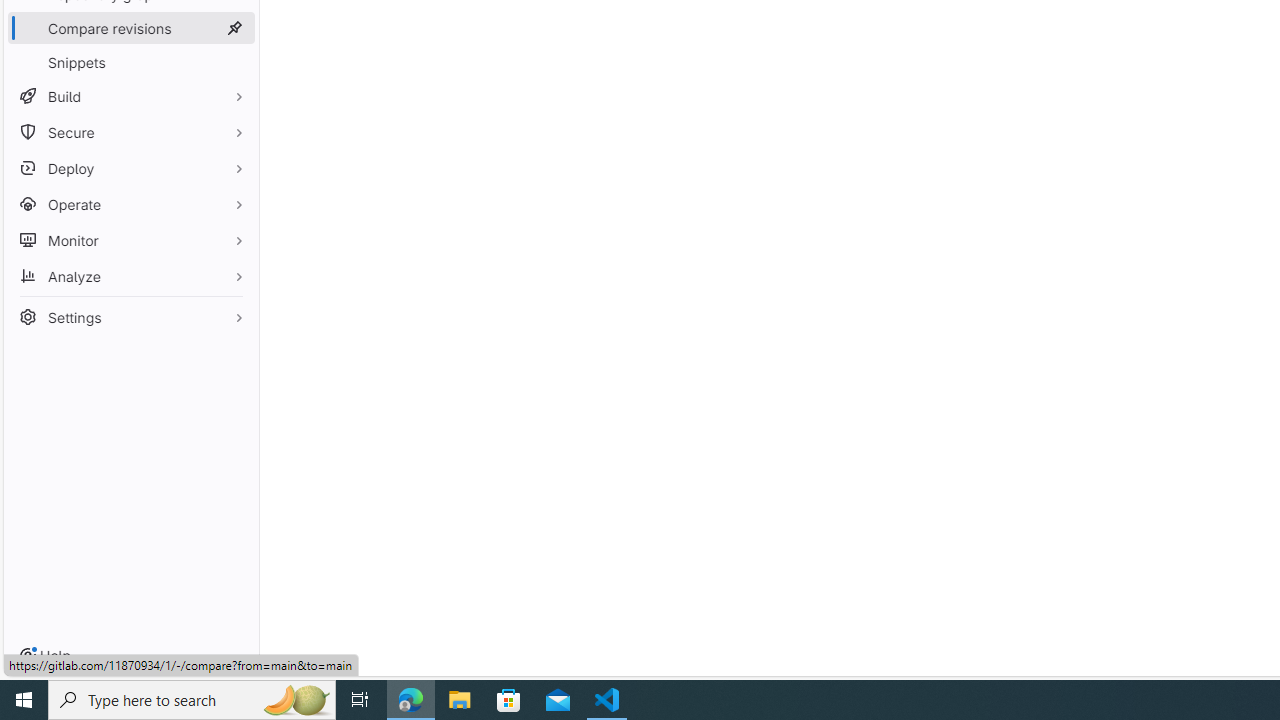 The height and width of the screenshot is (720, 1280). I want to click on 'Analyze', so click(130, 276).